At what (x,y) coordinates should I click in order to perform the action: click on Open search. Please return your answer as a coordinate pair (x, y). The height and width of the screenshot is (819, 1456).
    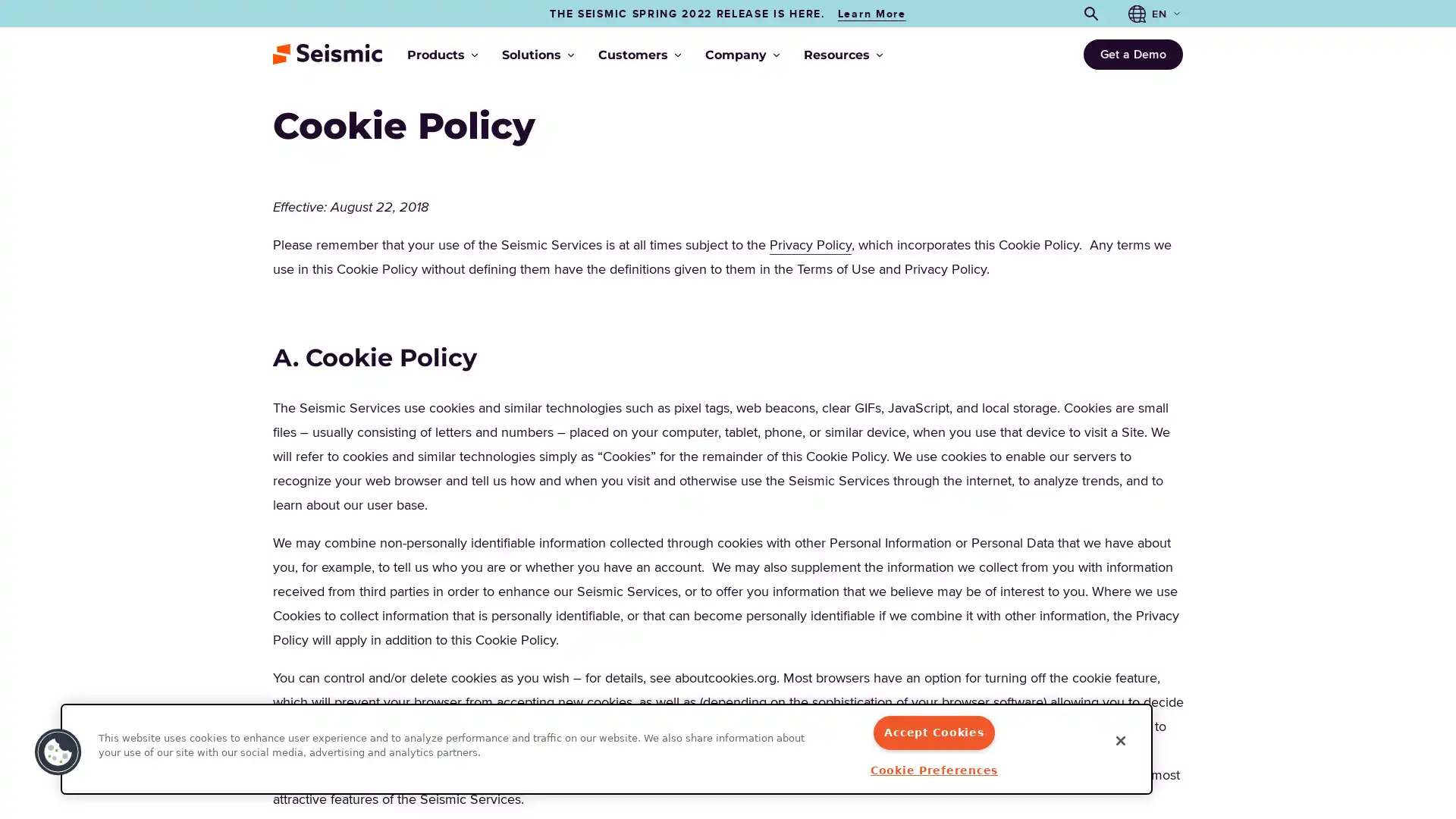
    Looking at the image, I should click on (1090, 14).